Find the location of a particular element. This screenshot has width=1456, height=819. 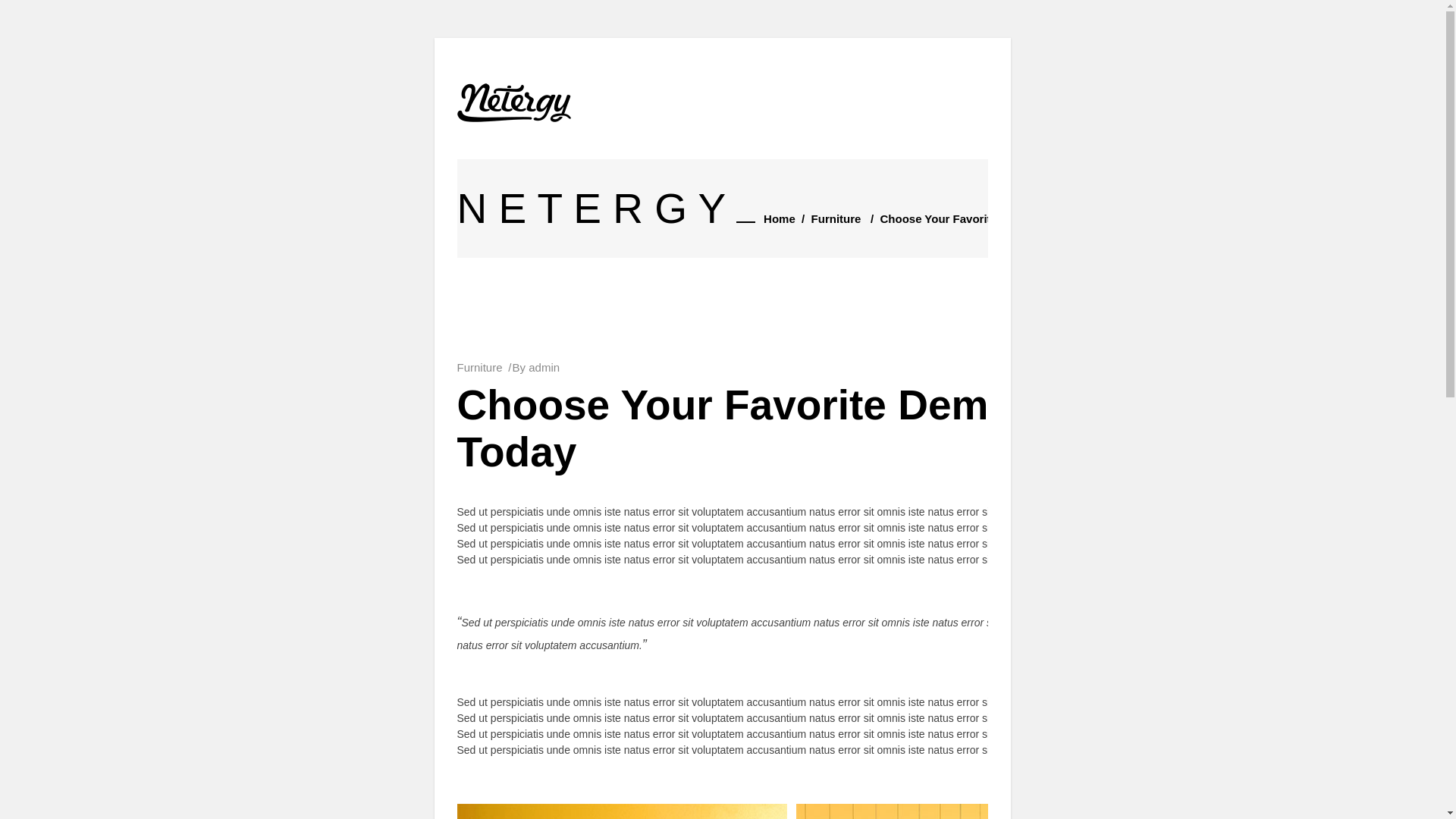

'admin' is located at coordinates (544, 367).